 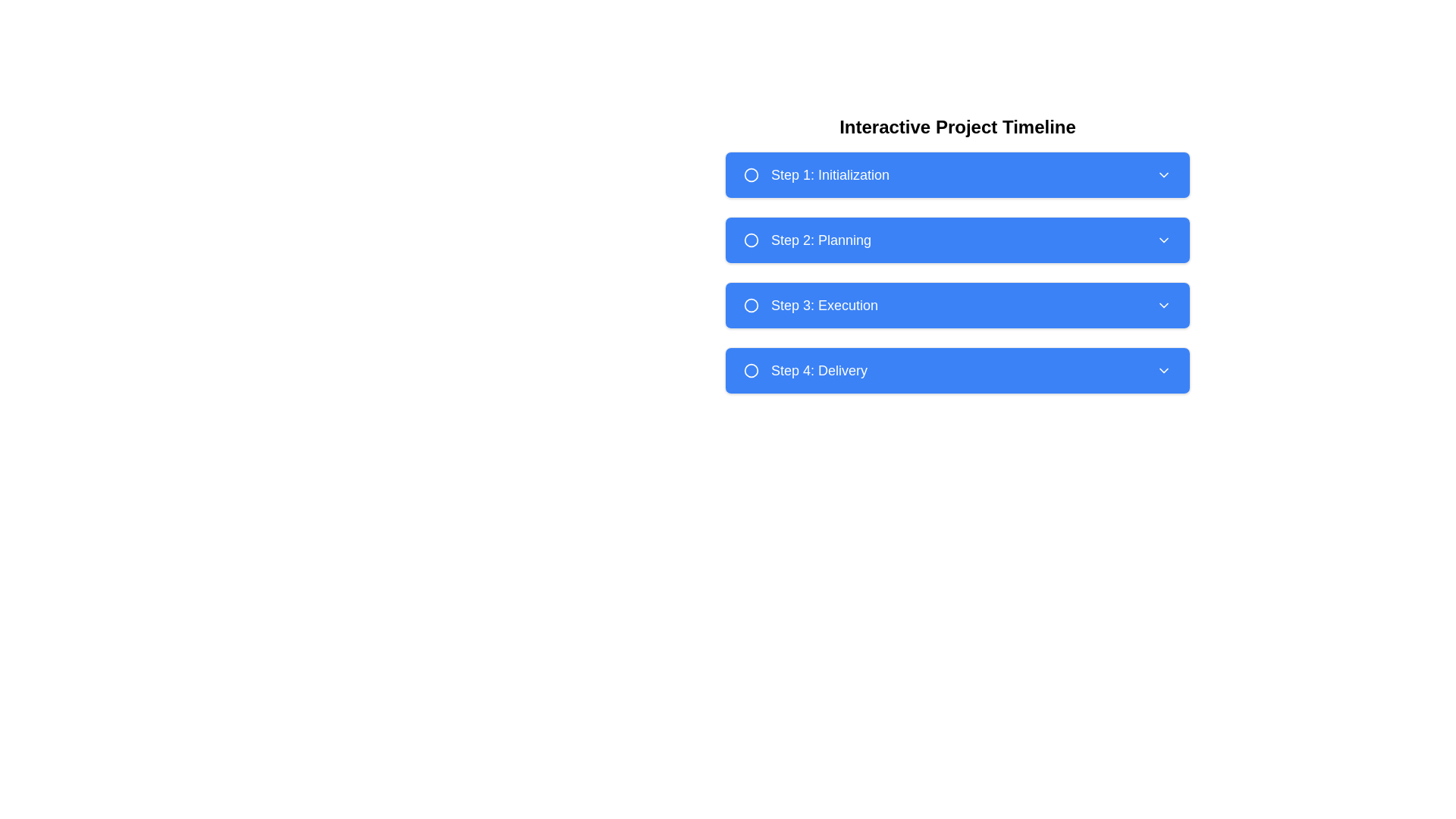 I want to click on the third step indicator in the multi-step process interface, which is a button-like component with rounded corners containing text and an icon, so click(x=810, y=305).